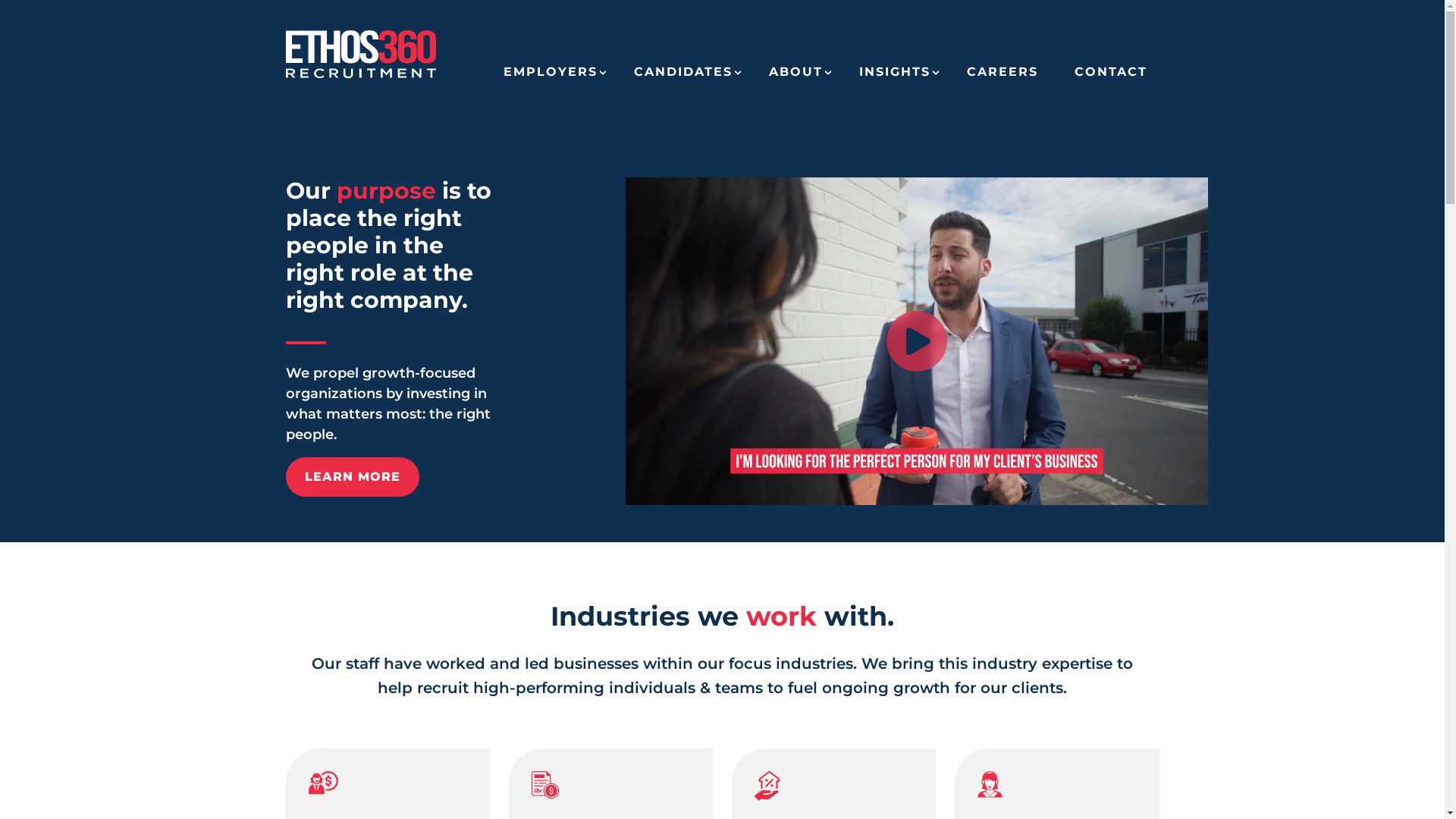 The width and height of the screenshot is (1456, 819). I want to click on 'CONTACT', so click(1110, 77).